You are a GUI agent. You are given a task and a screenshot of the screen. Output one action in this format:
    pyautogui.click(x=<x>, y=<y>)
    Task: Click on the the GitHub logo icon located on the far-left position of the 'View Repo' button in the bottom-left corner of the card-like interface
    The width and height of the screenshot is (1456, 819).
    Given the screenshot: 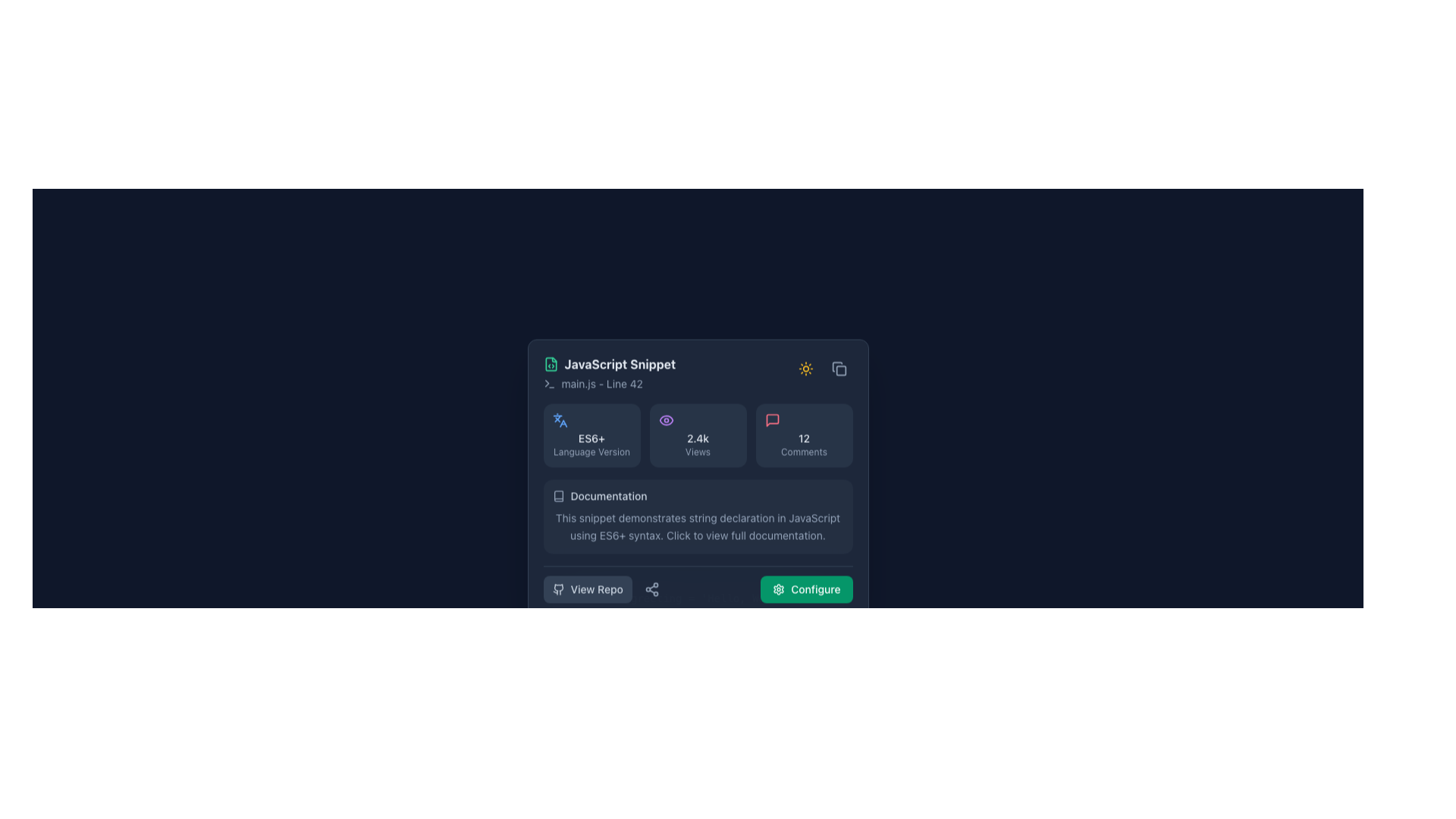 What is the action you would take?
    pyautogui.click(x=557, y=588)
    